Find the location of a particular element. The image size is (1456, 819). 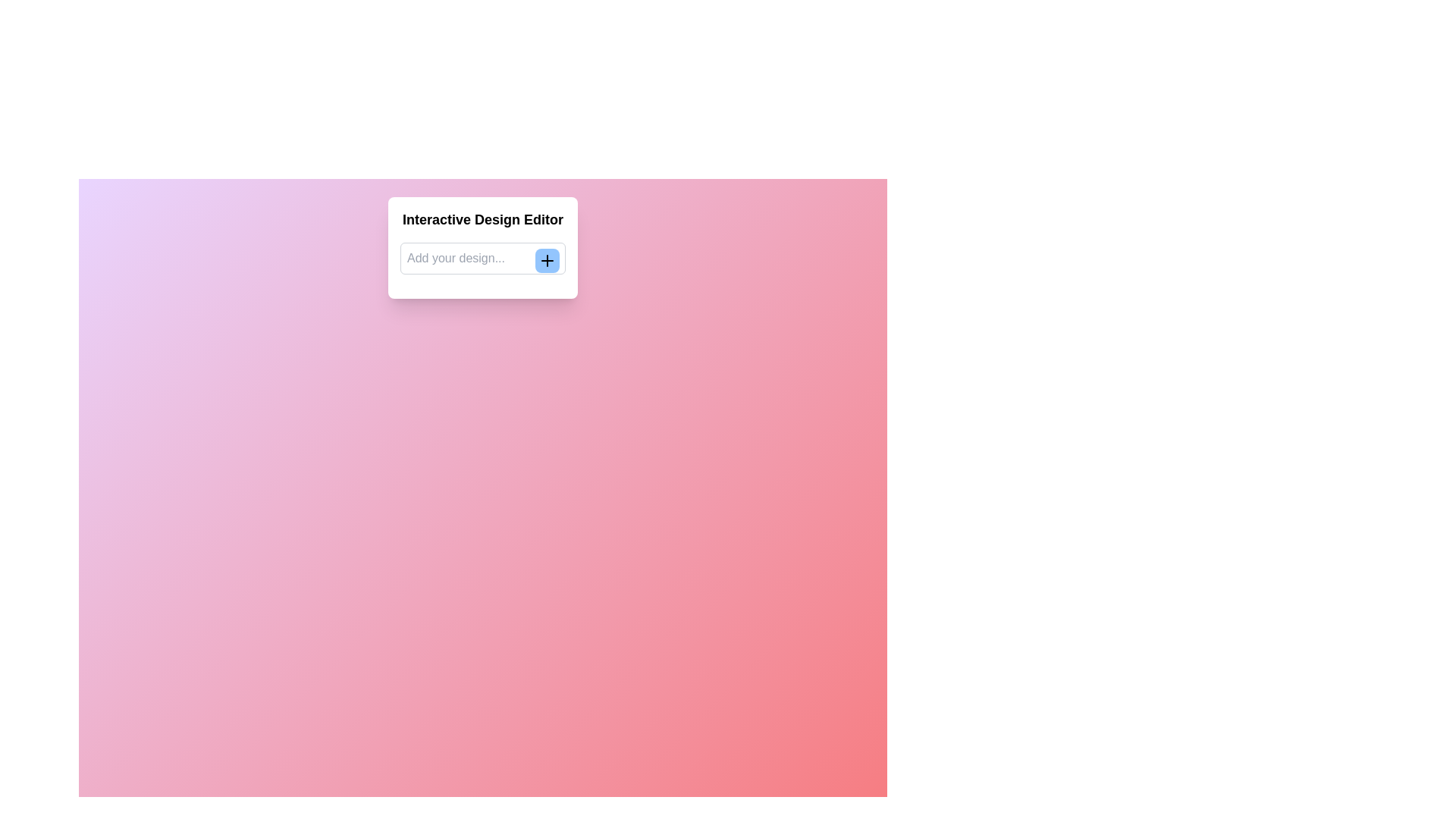

the text input field with placeholder 'Add your design...' is located at coordinates (482, 257).